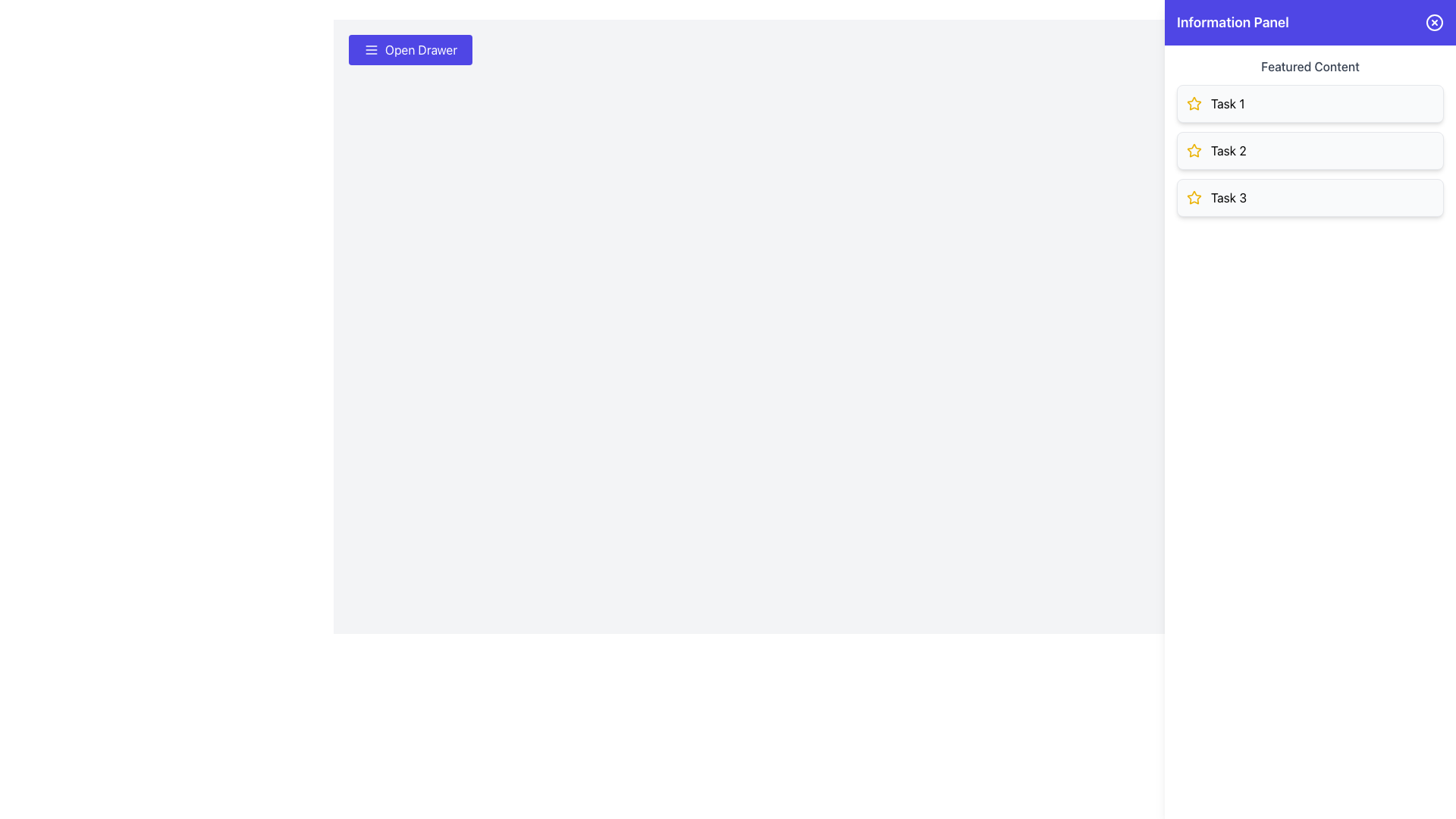 This screenshot has height=819, width=1456. I want to click on the 'Featured Content' label, which is styled with a medium bold font and gray color, located at the top of the sidebar labeled 'Information Panel', so click(1310, 66).